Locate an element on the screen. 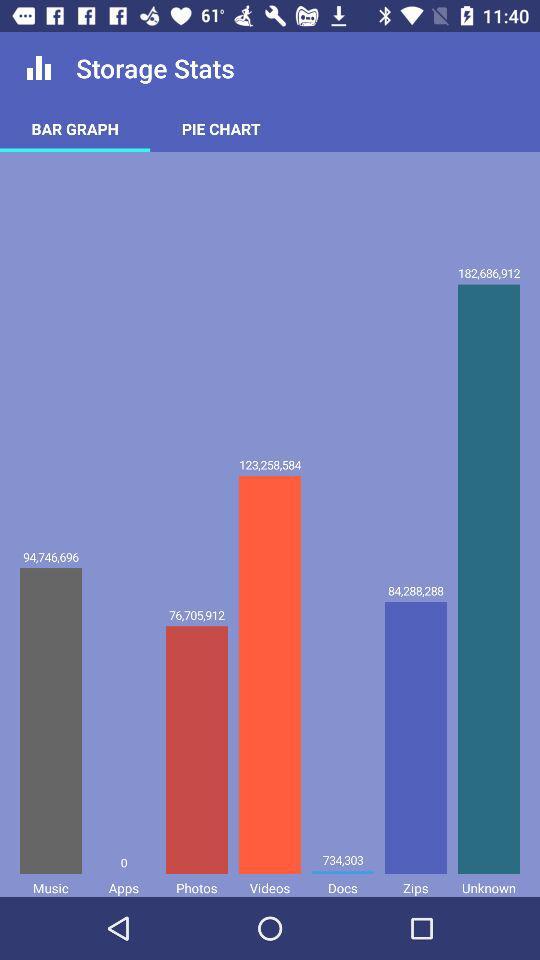  the item next to bar graph is located at coordinates (220, 127).